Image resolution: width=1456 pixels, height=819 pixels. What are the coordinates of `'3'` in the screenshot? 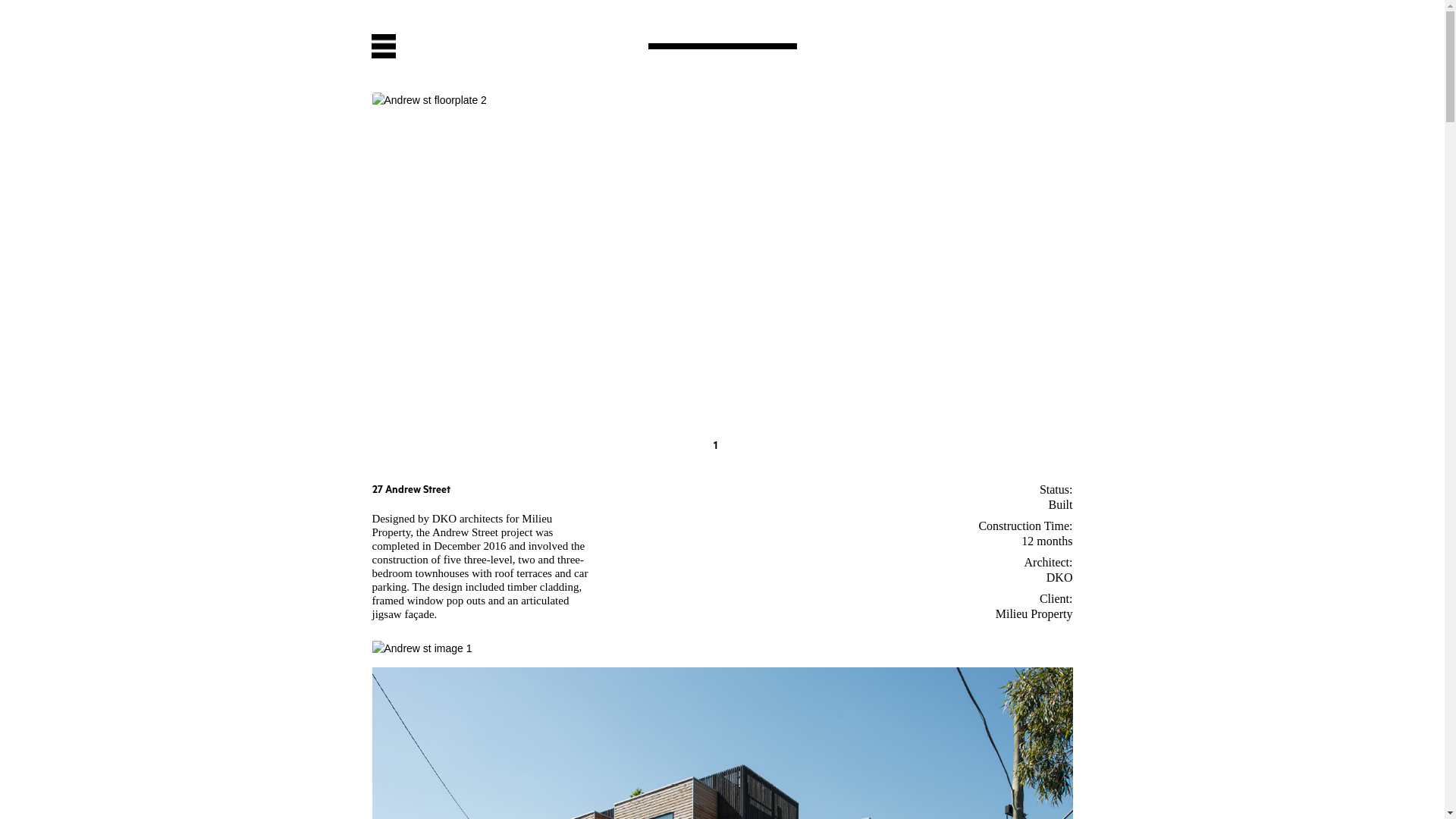 It's located at (739, 446).